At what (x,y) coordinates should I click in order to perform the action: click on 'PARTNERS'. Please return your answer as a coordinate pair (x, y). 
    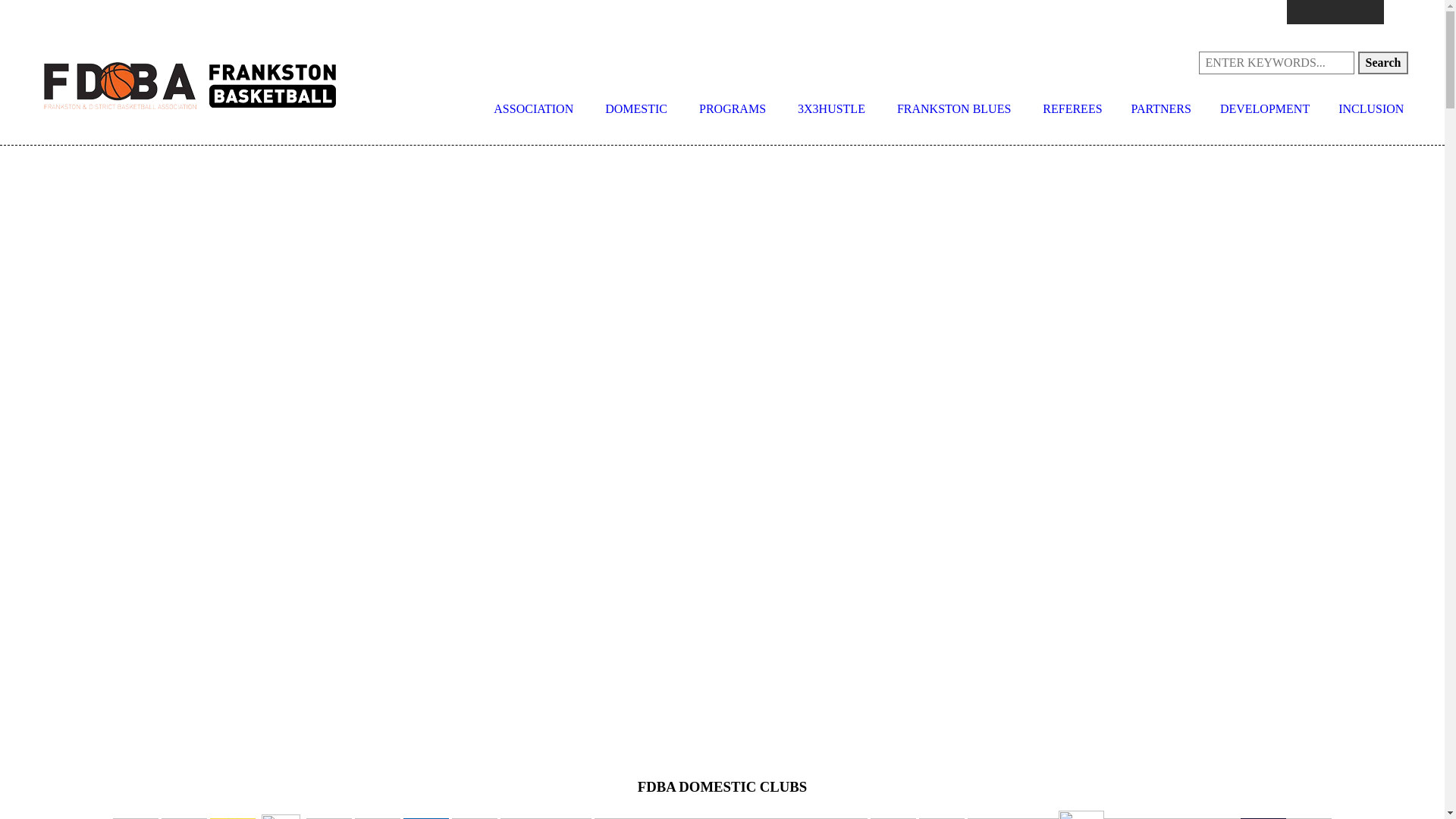
    Looking at the image, I should click on (1127, 108).